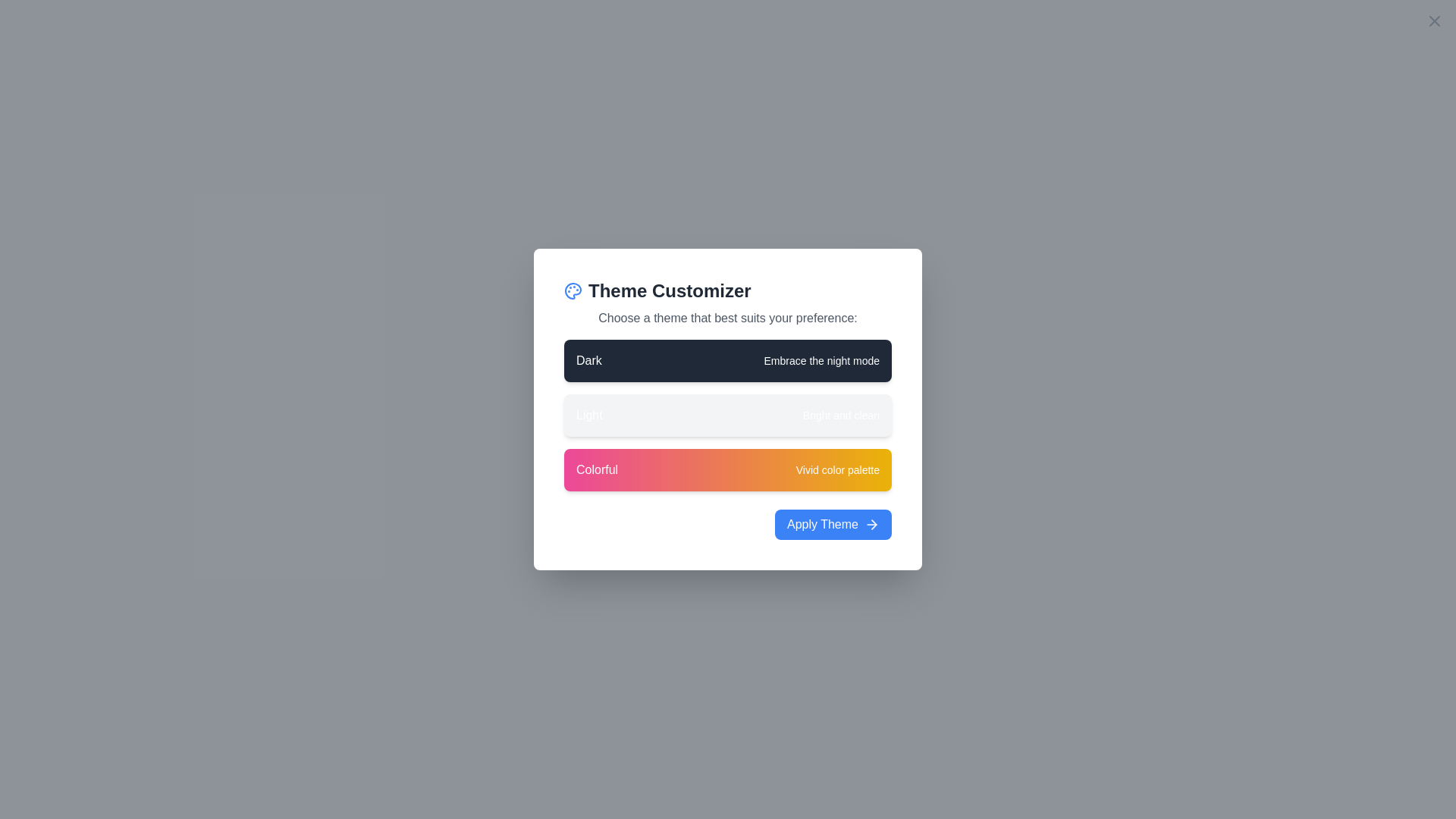 The image size is (1456, 819). What do you see at coordinates (728, 409) in the screenshot?
I see `one of the theme options in the Modal dialog` at bounding box center [728, 409].